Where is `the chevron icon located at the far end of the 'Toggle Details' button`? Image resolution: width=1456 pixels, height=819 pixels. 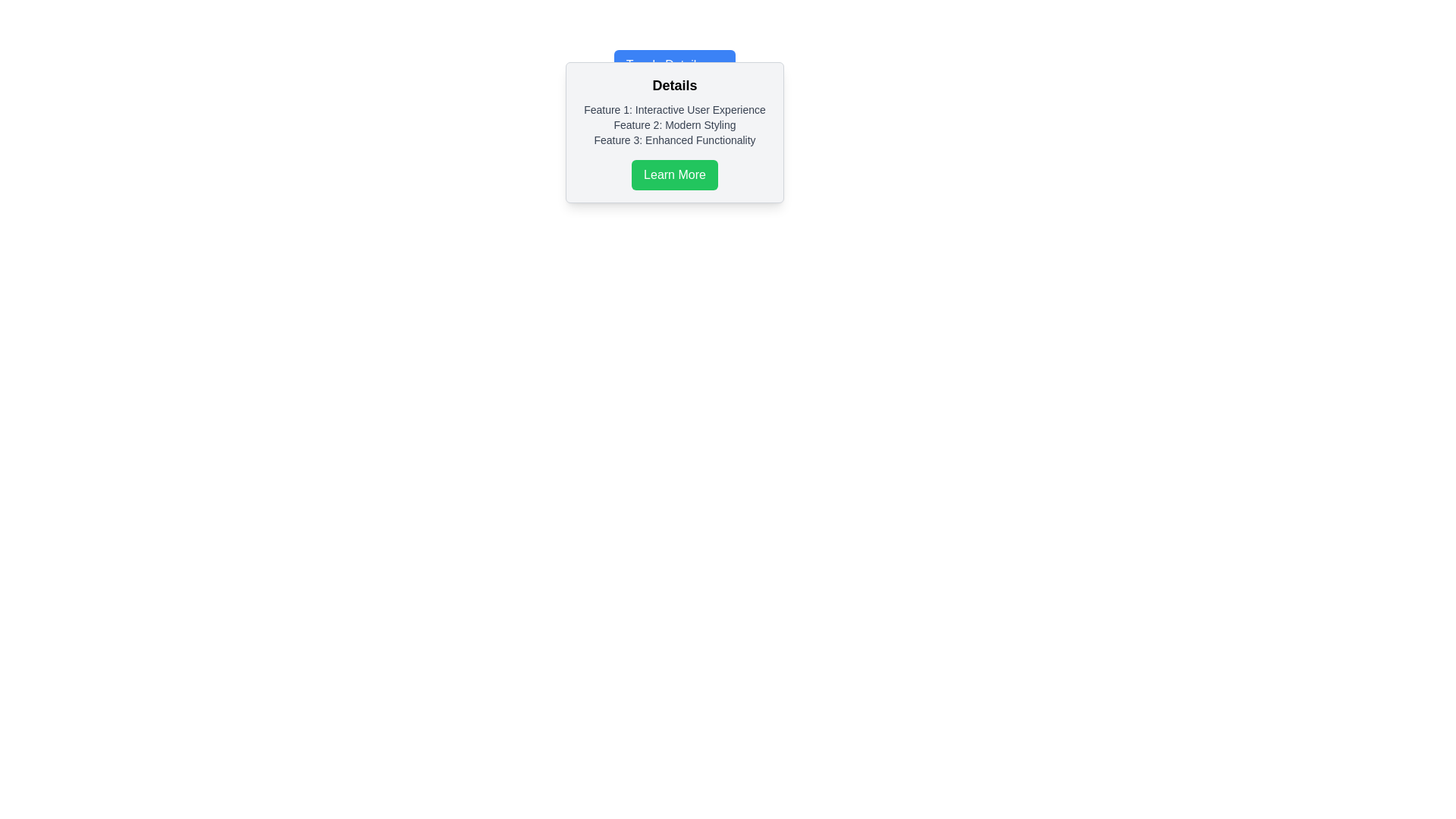 the chevron icon located at the far end of the 'Toggle Details' button is located at coordinates (715, 64).